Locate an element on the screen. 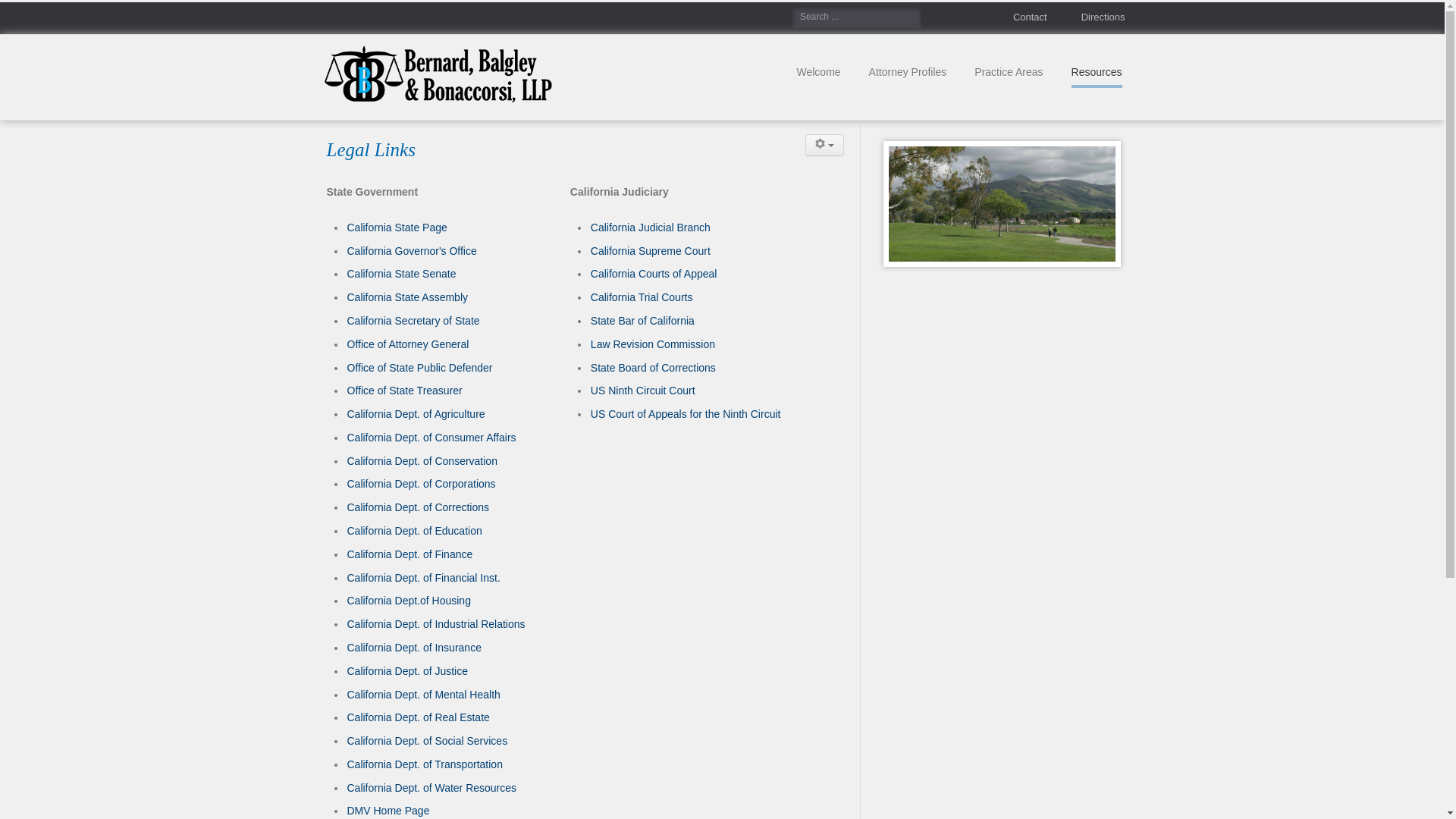 Image resolution: width=1456 pixels, height=819 pixels. 'DMV Home Page' is located at coordinates (388, 809).